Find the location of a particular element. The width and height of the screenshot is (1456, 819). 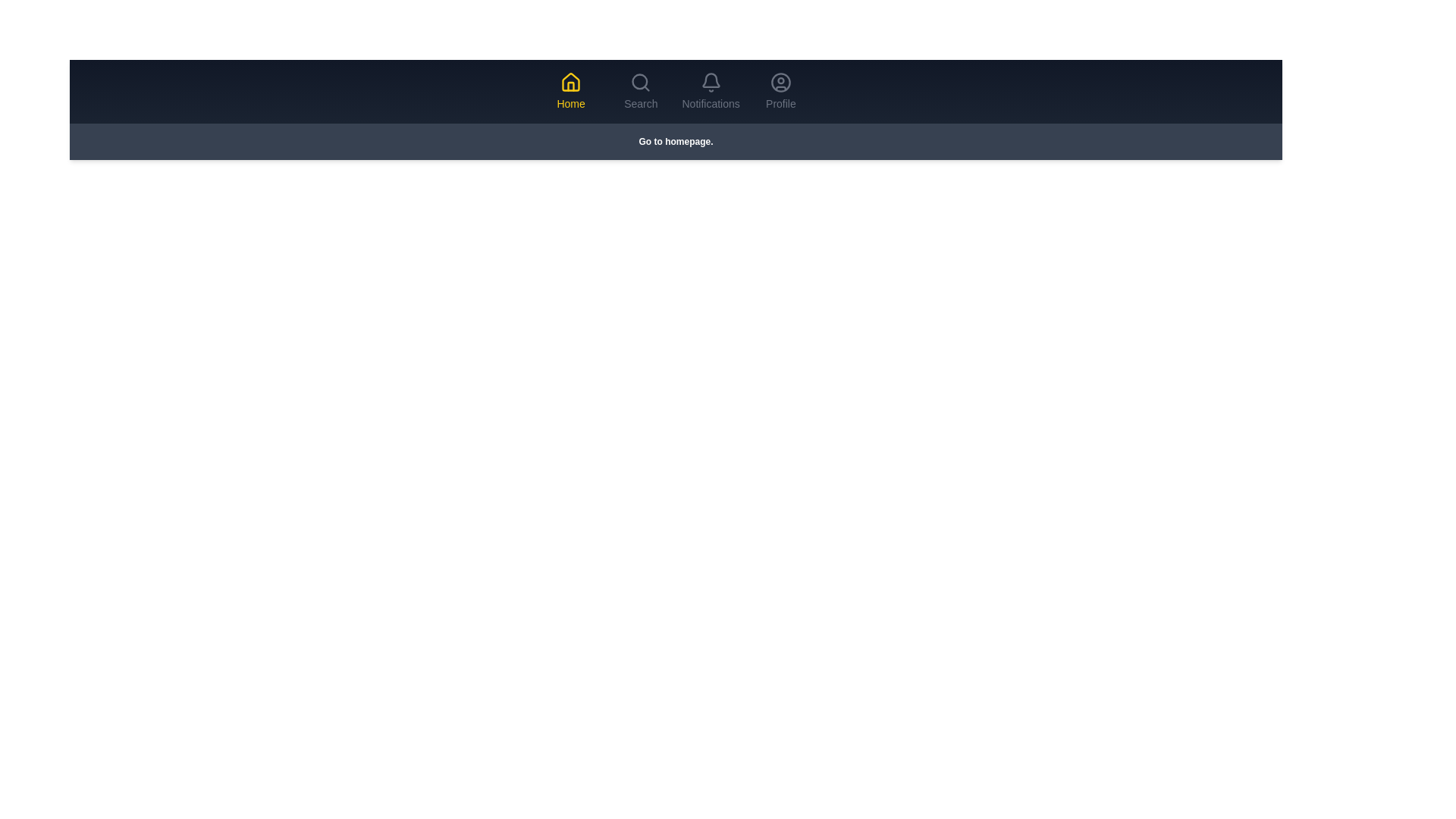

the Profile tab to view its content is located at coordinates (780, 91).